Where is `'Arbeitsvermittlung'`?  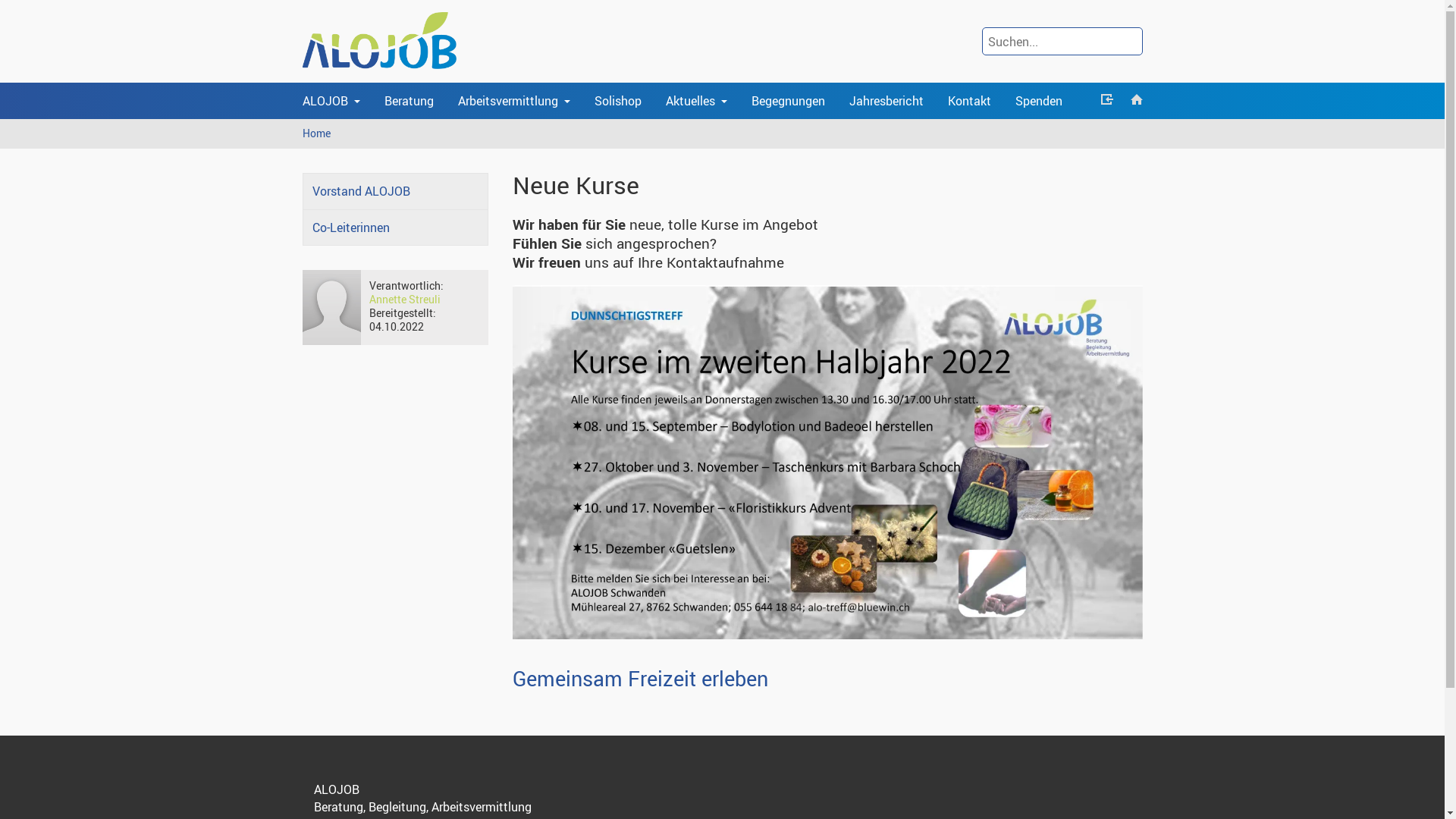 'Arbeitsvermittlung' is located at coordinates (513, 100).